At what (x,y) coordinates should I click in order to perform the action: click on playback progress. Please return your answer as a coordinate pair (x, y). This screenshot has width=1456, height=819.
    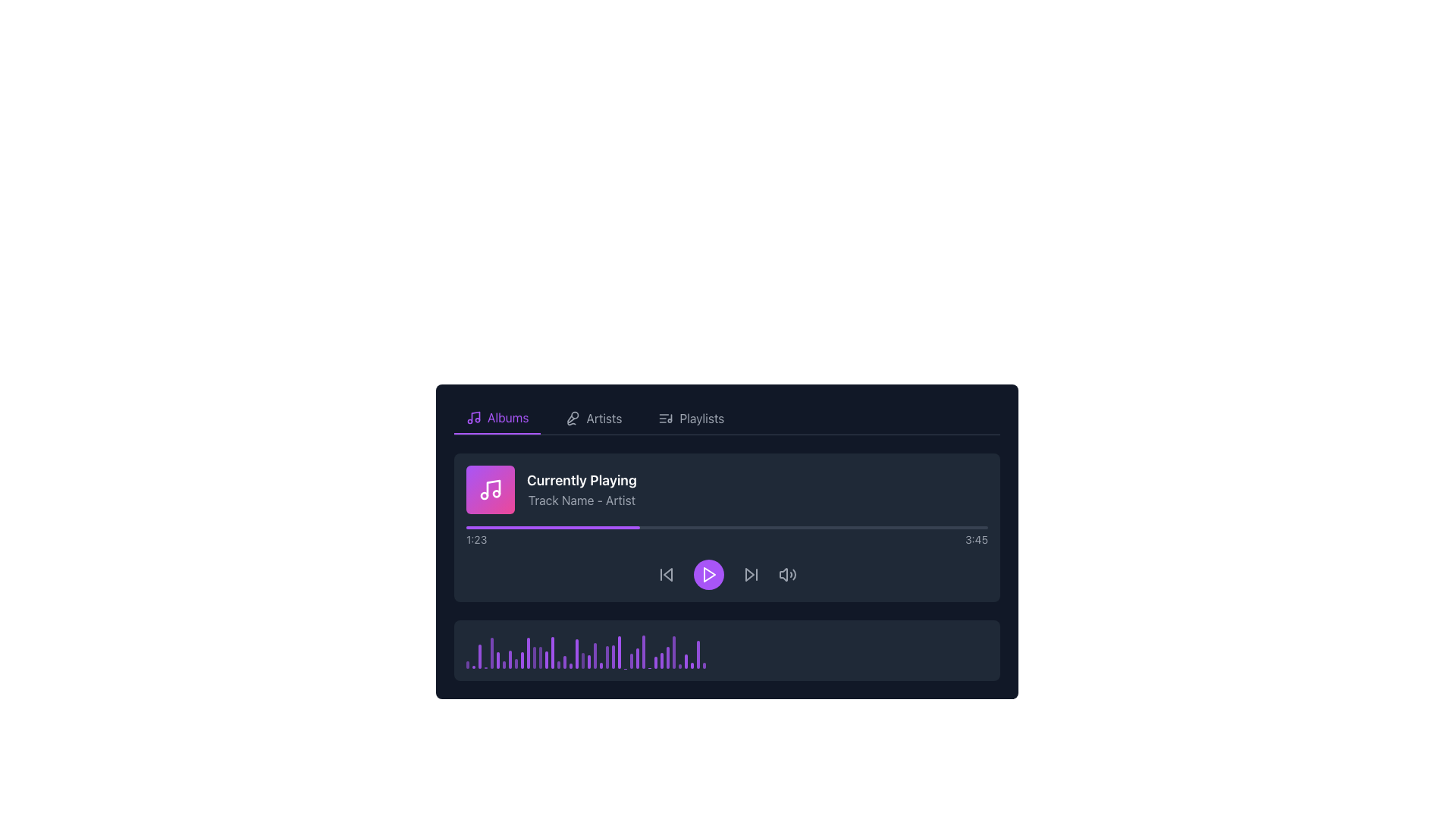
    Looking at the image, I should click on (726, 526).